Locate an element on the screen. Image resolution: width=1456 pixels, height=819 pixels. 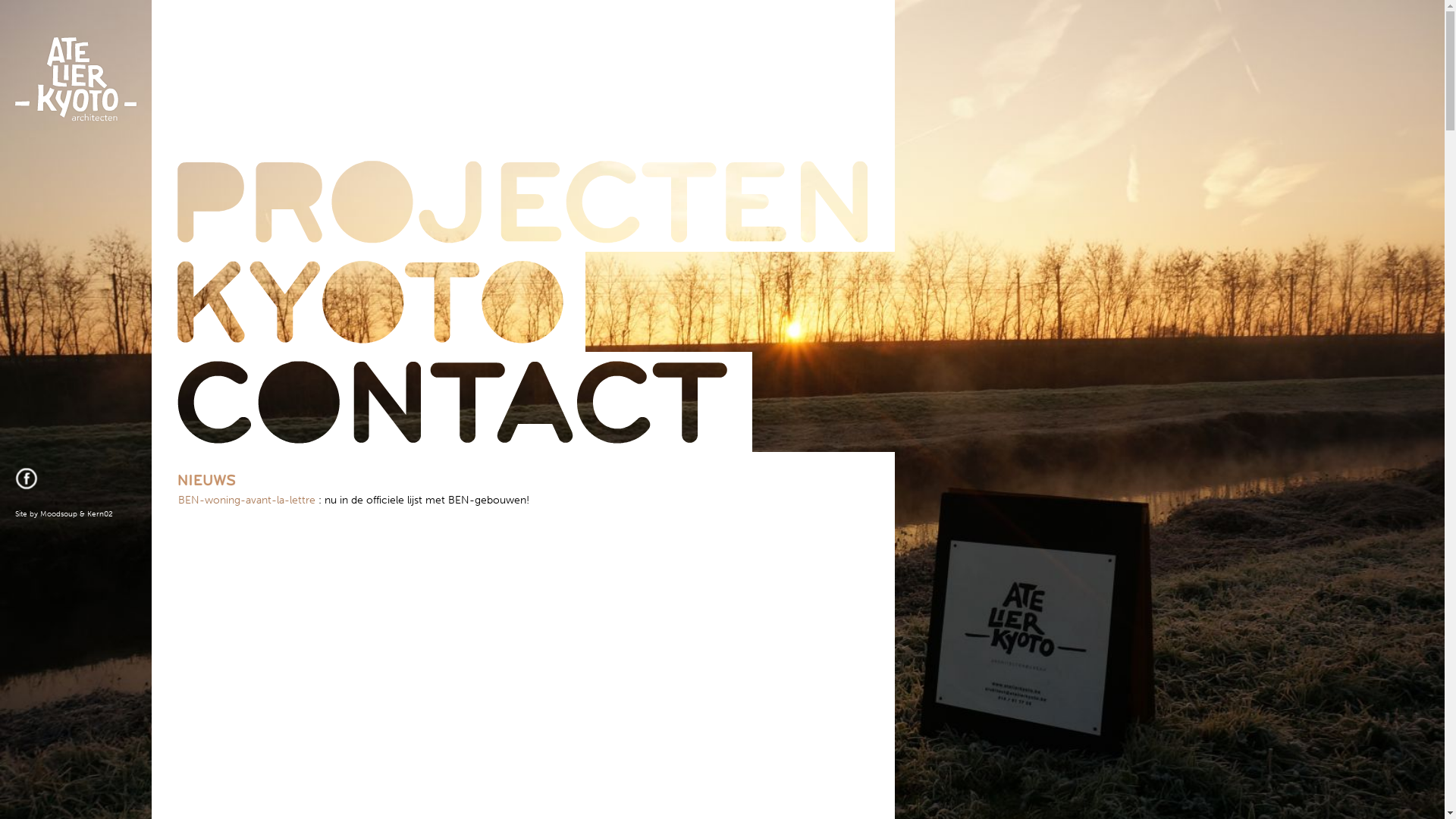
'BEN-woning-avant-la-lettre' is located at coordinates (246, 500).